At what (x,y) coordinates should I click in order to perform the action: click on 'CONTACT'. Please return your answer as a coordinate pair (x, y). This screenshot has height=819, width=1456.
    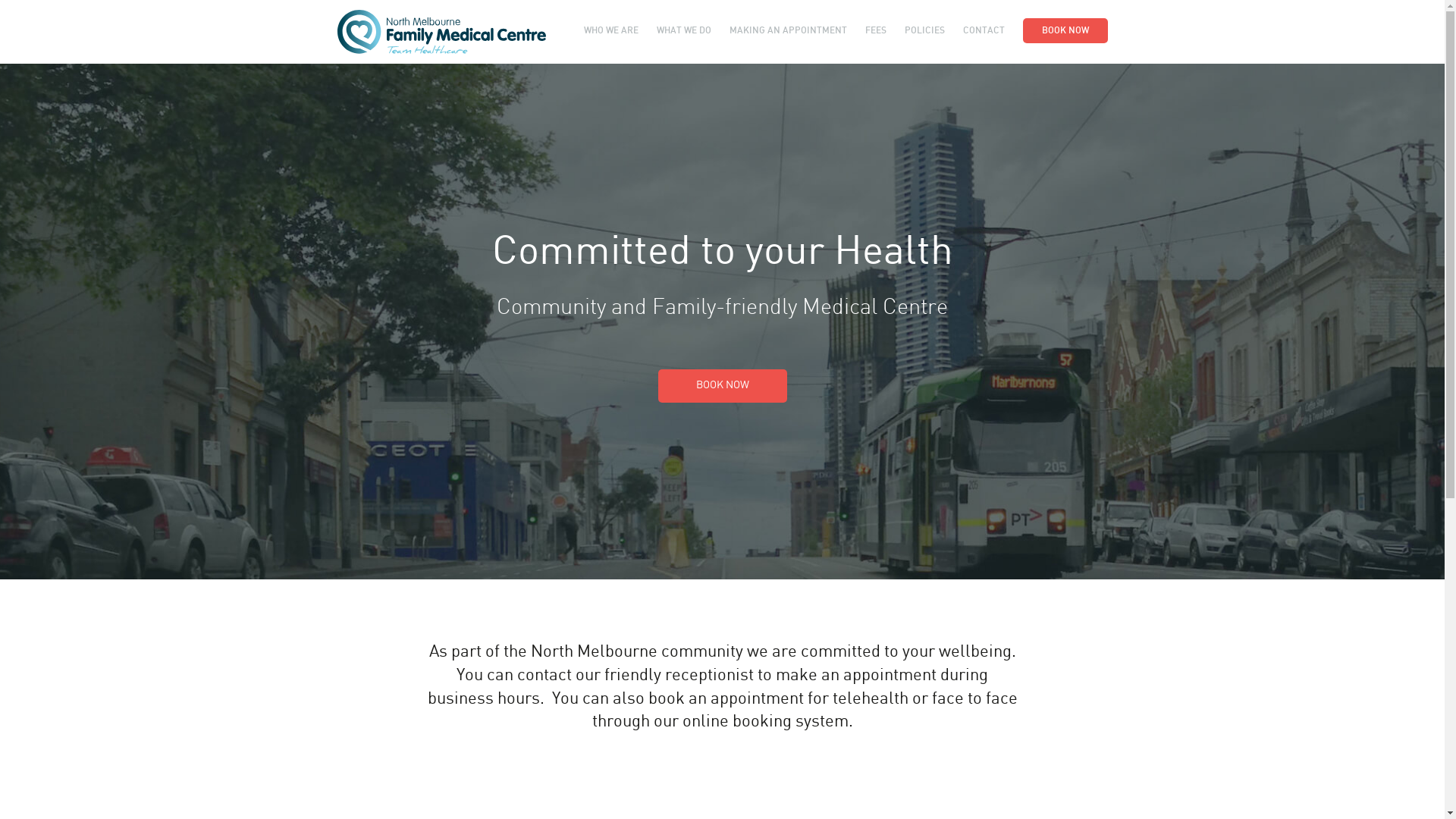
    Looking at the image, I should click on (984, 30).